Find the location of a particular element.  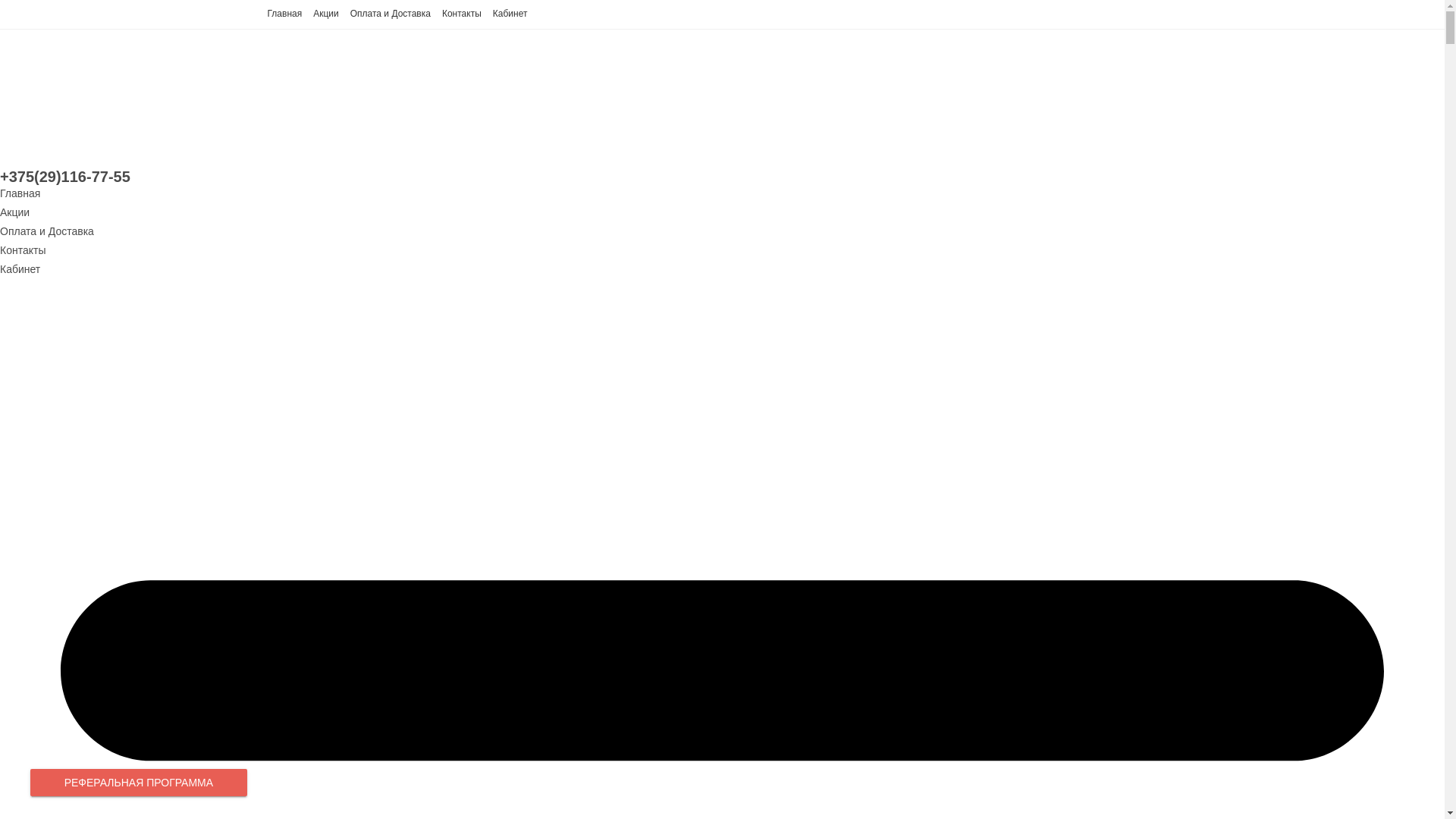

'+375(29)116-77-55' is located at coordinates (64, 175).